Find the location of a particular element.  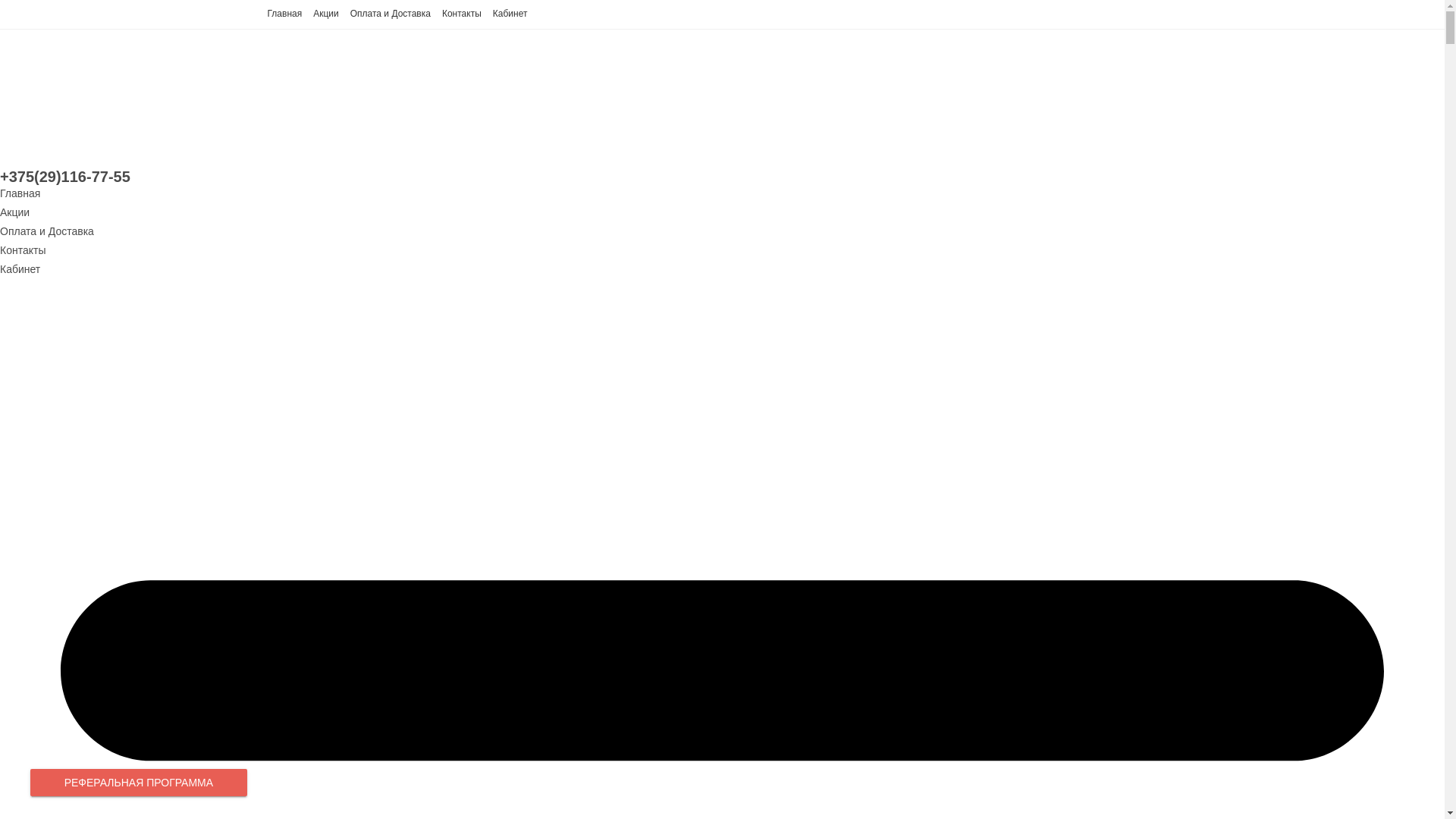

'+375(29)116-77-55' is located at coordinates (64, 175).